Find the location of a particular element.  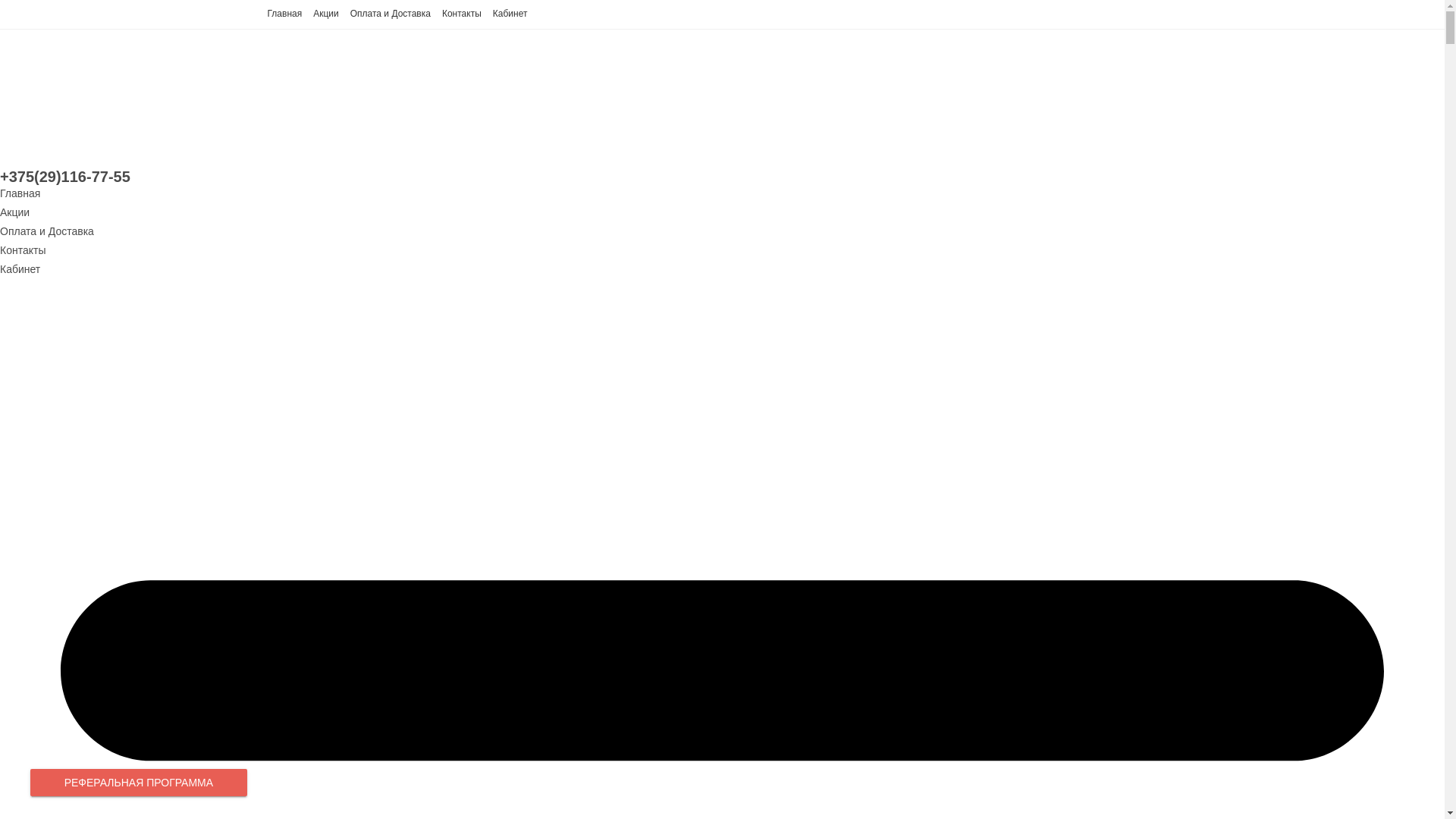

'+375(29)116-77-55' is located at coordinates (64, 175).